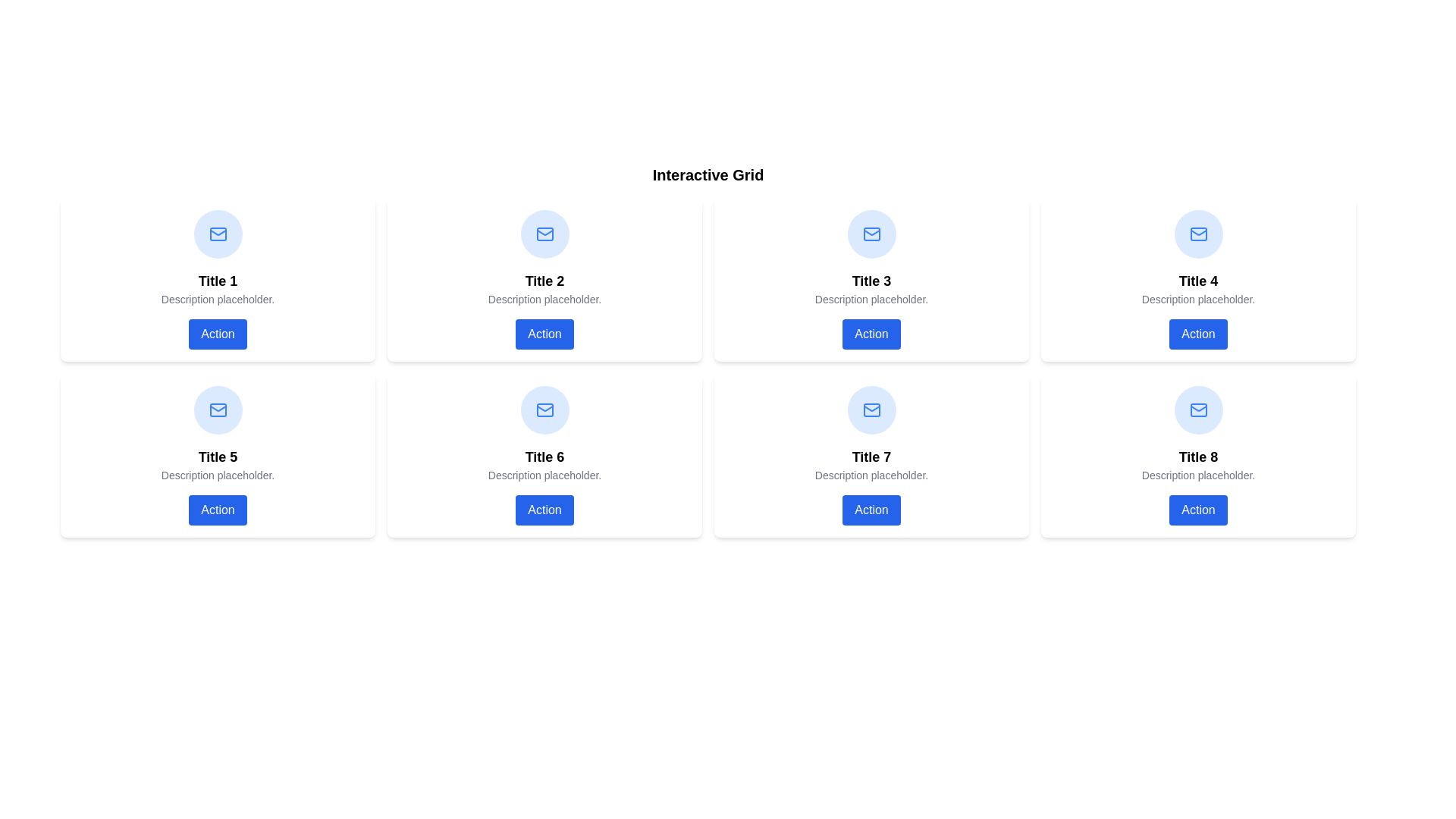  What do you see at coordinates (1197, 456) in the screenshot?
I see `the 'Title 8' text label, which is styled in bold and slightly larger font size, located in the last card of the interactive grid layout in the bottom-right corner` at bounding box center [1197, 456].